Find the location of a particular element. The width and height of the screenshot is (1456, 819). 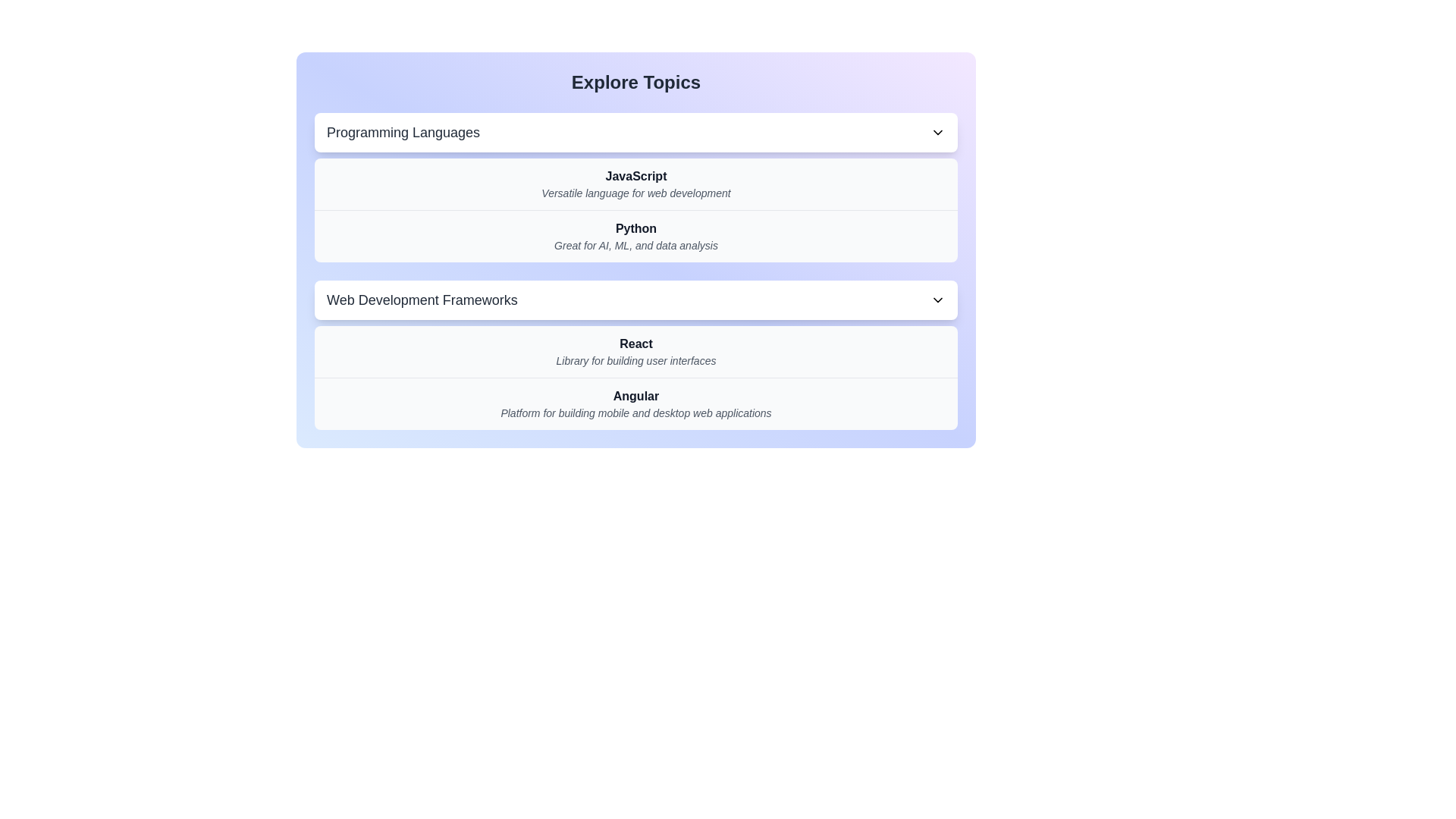

the List item or topic heading for 'Python' in the 'Programming Languages' section to emphasize it is located at coordinates (636, 236).